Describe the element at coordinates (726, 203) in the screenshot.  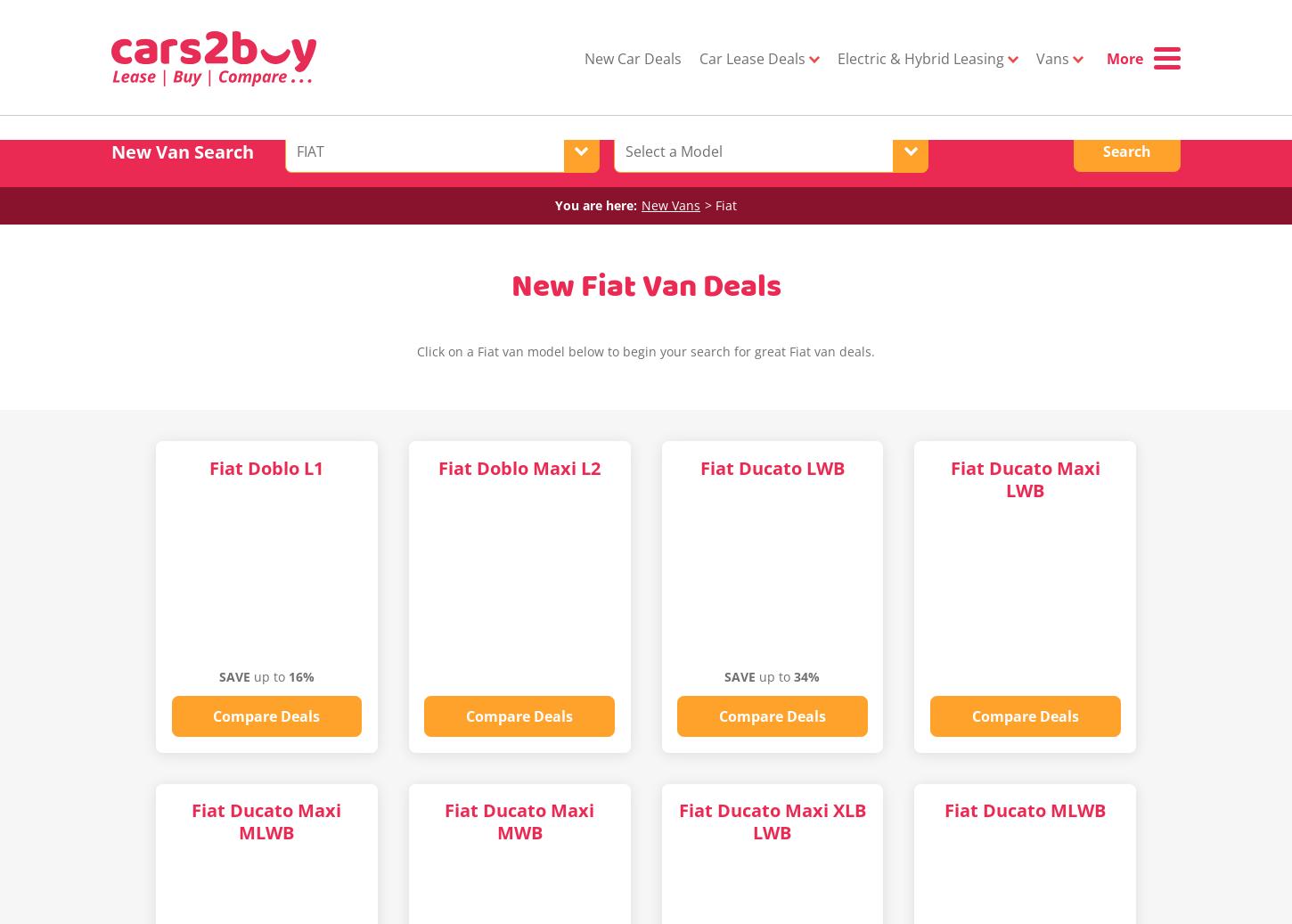
I see `'Fiat'` at that location.